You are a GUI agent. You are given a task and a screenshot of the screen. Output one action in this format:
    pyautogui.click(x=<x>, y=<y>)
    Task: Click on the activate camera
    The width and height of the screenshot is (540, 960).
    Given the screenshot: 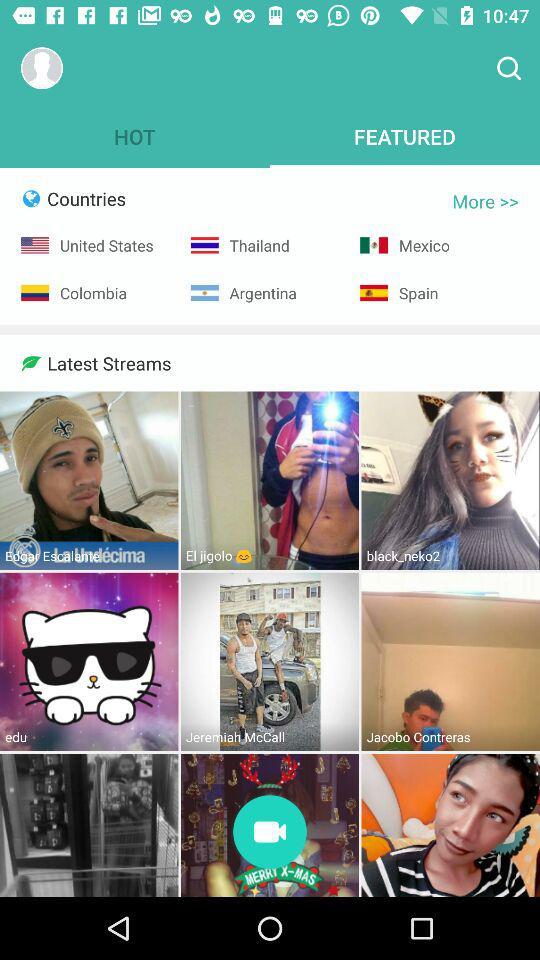 What is the action you would take?
    pyautogui.click(x=270, y=833)
    